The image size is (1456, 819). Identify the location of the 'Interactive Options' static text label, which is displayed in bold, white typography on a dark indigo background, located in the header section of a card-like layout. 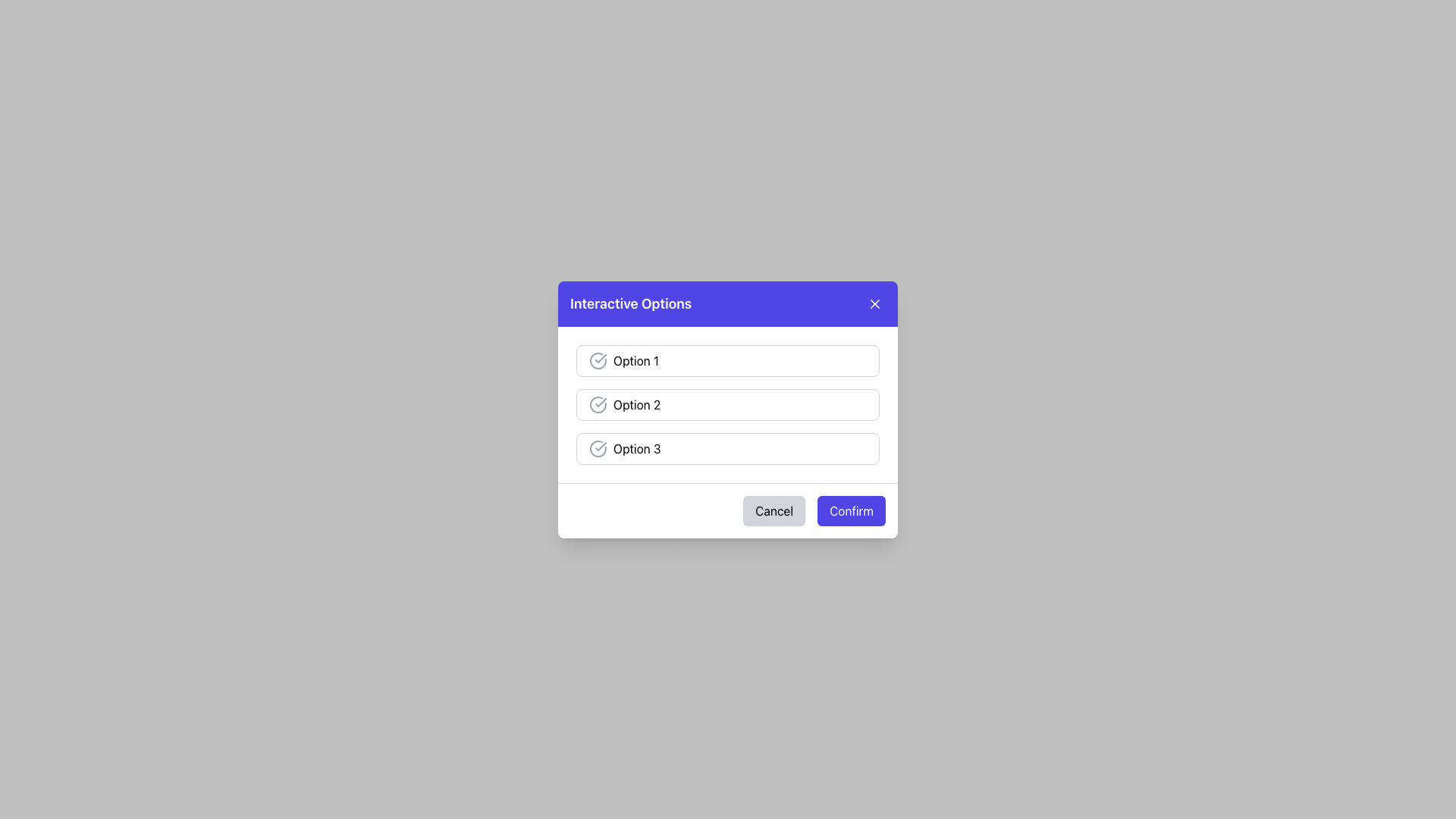
(631, 303).